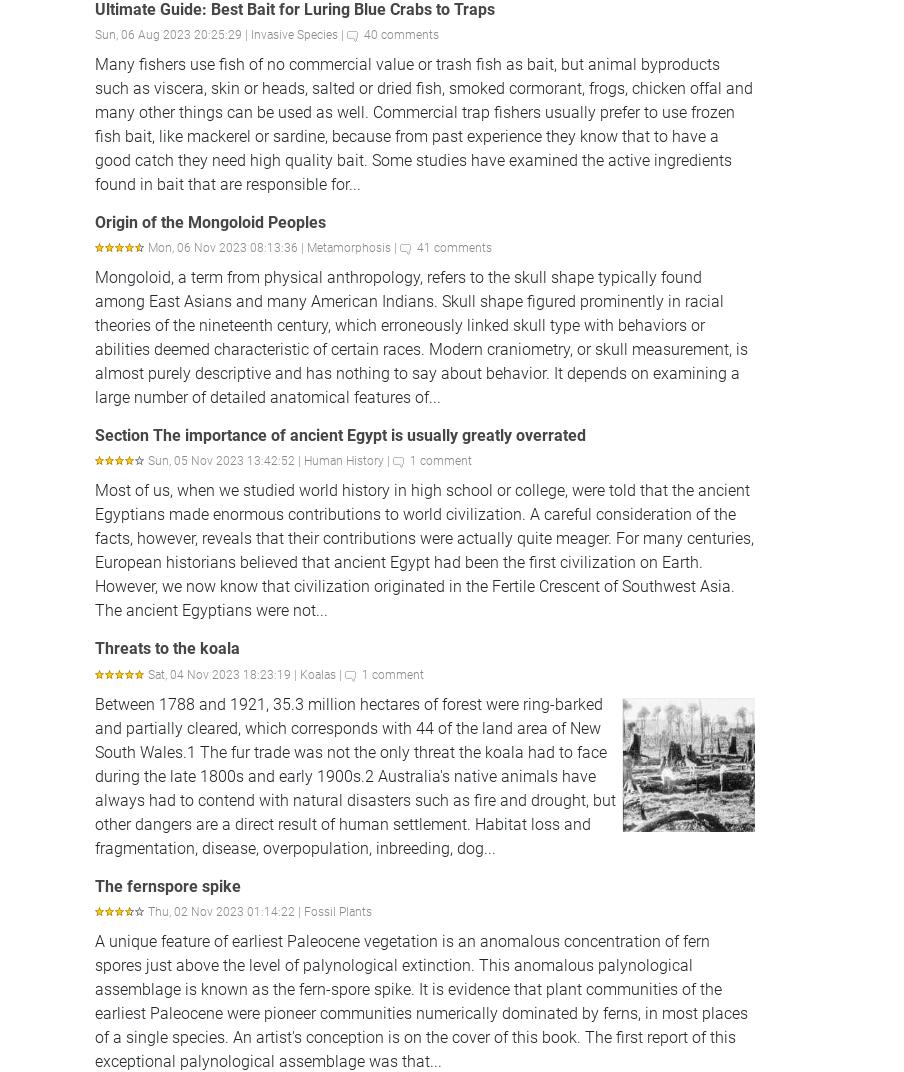 The height and width of the screenshot is (1072, 904). What do you see at coordinates (250, 33) in the screenshot?
I see `'Invasive Species'` at bounding box center [250, 33].